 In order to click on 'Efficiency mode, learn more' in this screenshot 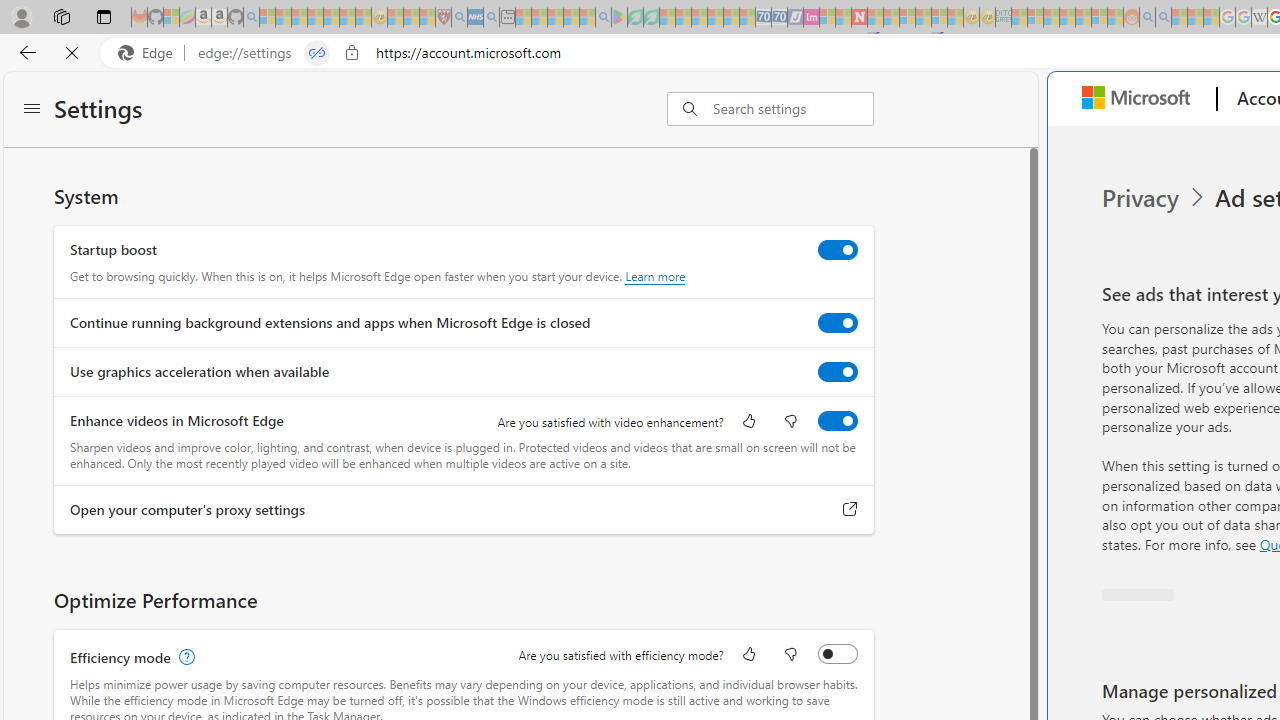, I will do `click(184, 657)`.